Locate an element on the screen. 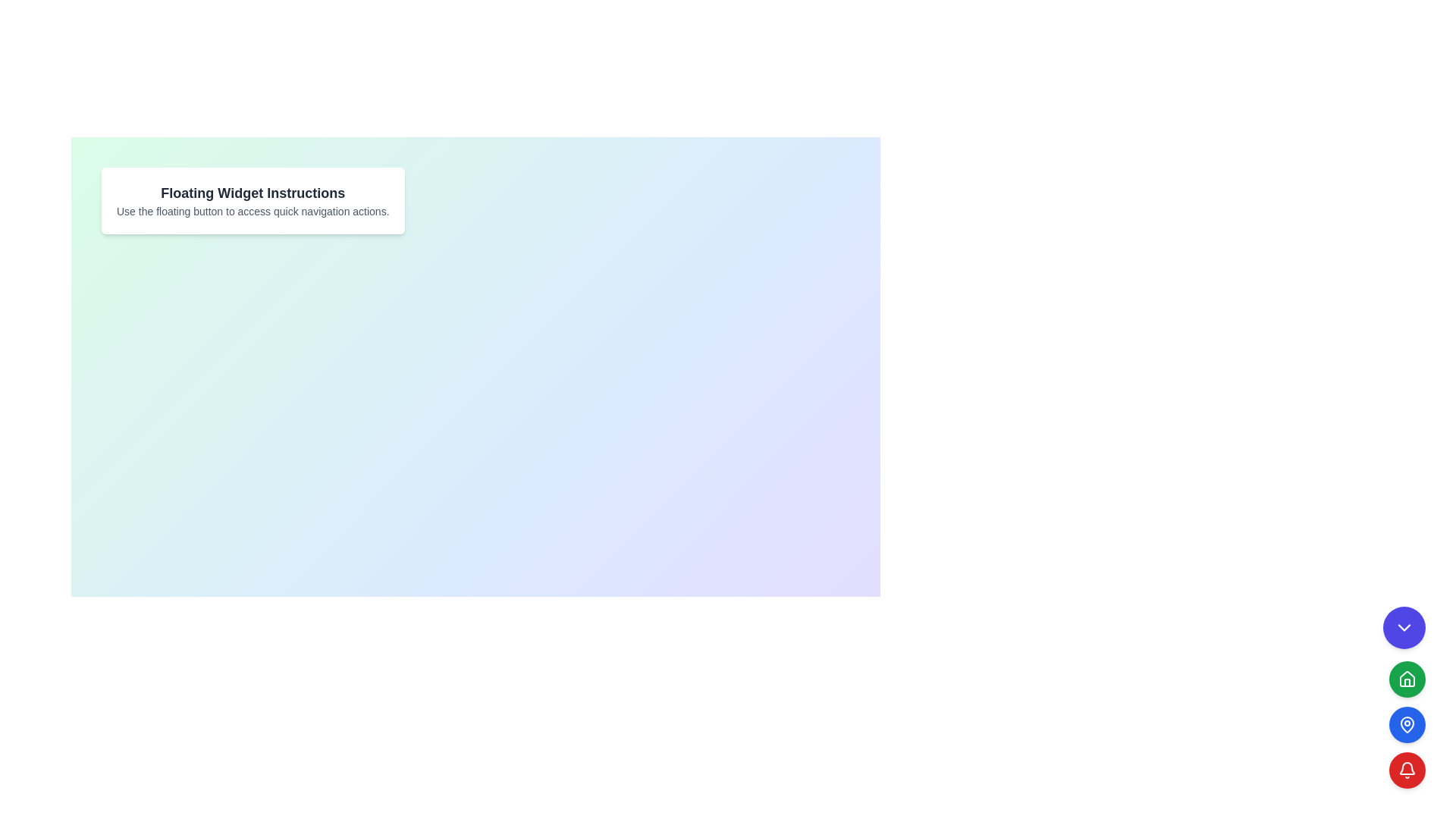 This screenshot has height=819, width=1456. the 'Home' navigation button located in the vertical stack of buttons on the right side of the interface, positioned below a purple button with a downward arrow icon is located at coordinates (1407, 678).